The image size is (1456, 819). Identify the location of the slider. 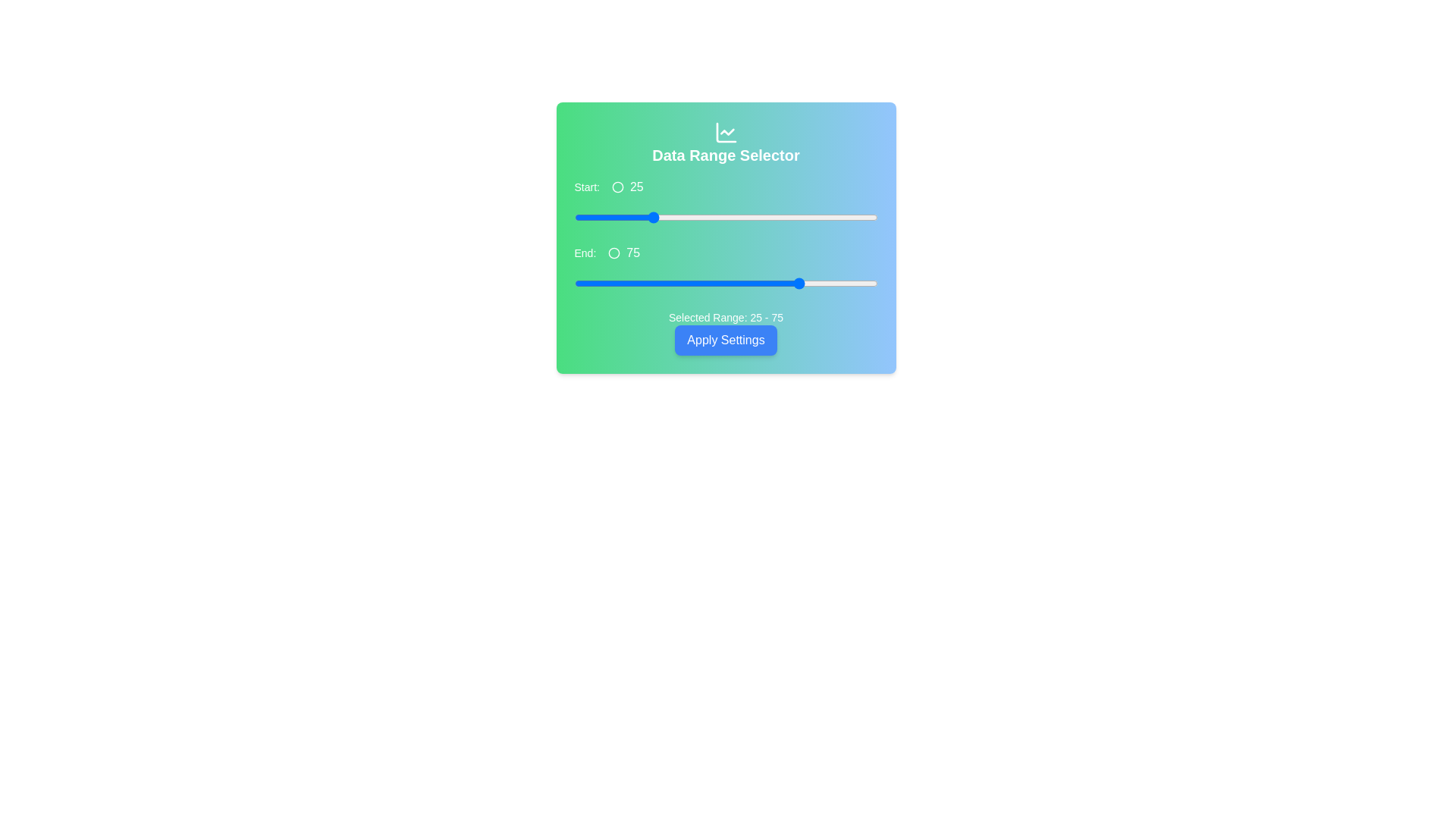
(722, 217).